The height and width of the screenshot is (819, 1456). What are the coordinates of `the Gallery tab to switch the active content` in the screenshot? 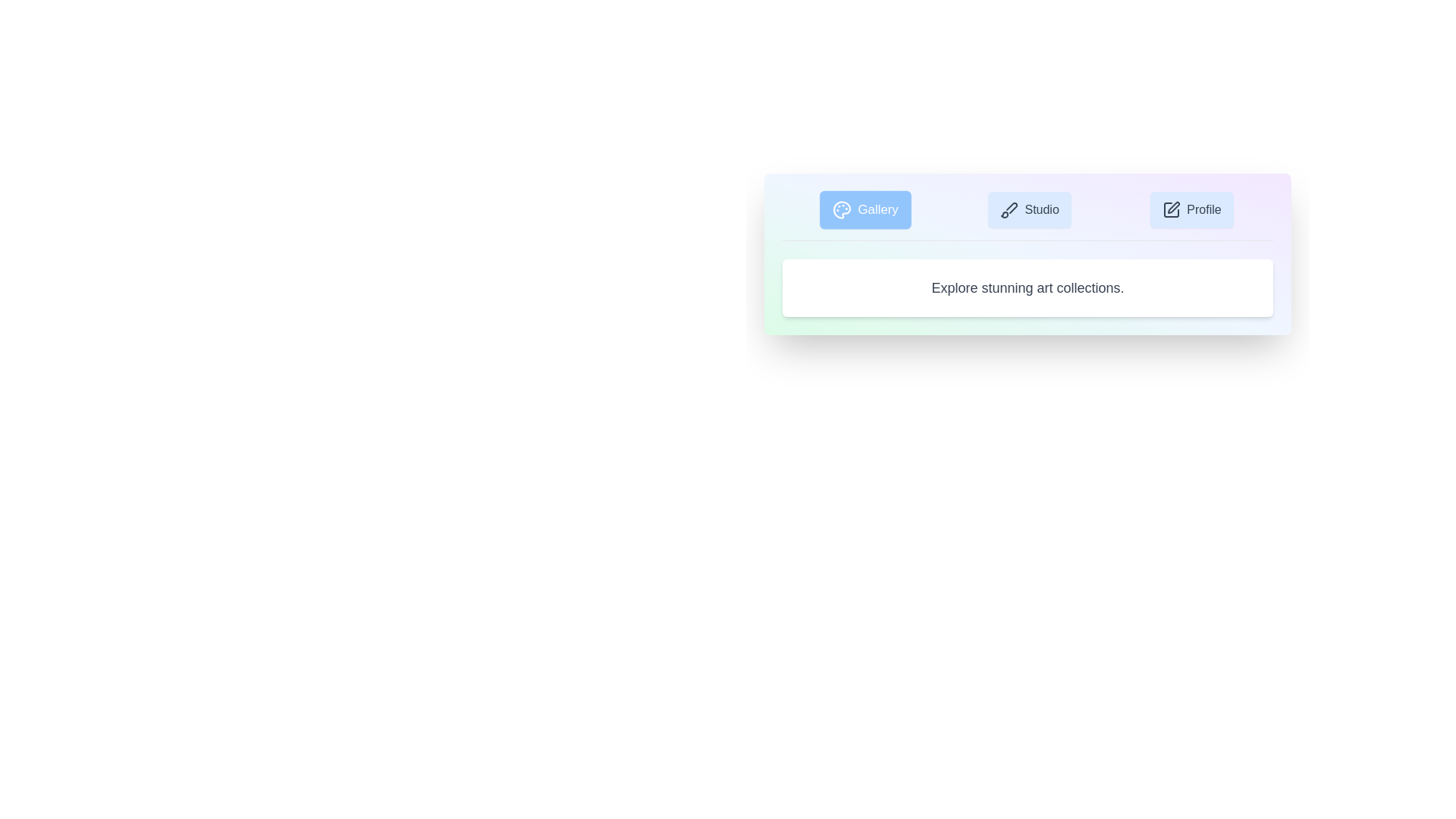 It's located at (865, 210).